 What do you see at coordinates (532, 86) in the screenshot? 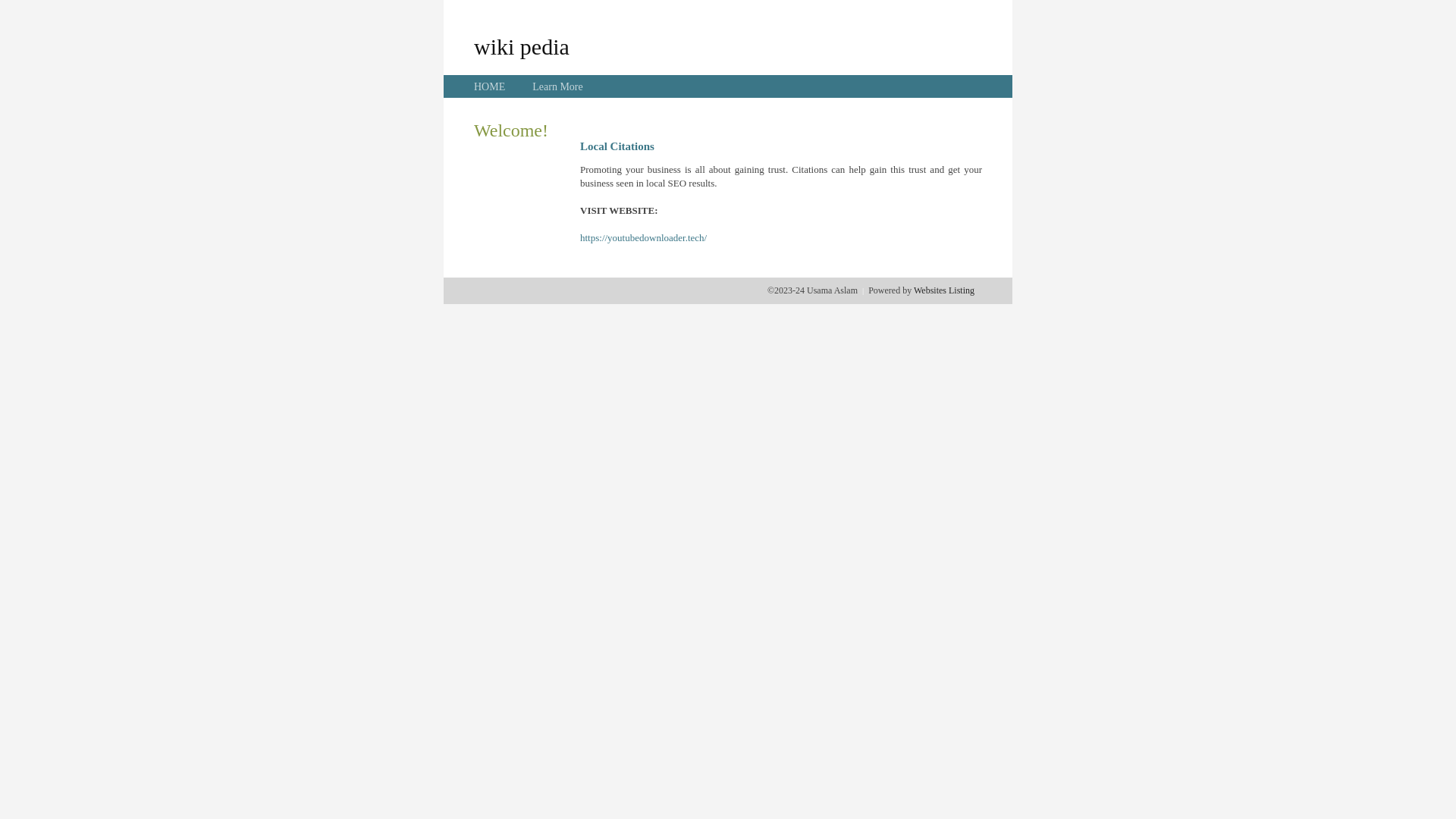
I see `'Learn More'` at bounding box center [532, 86].